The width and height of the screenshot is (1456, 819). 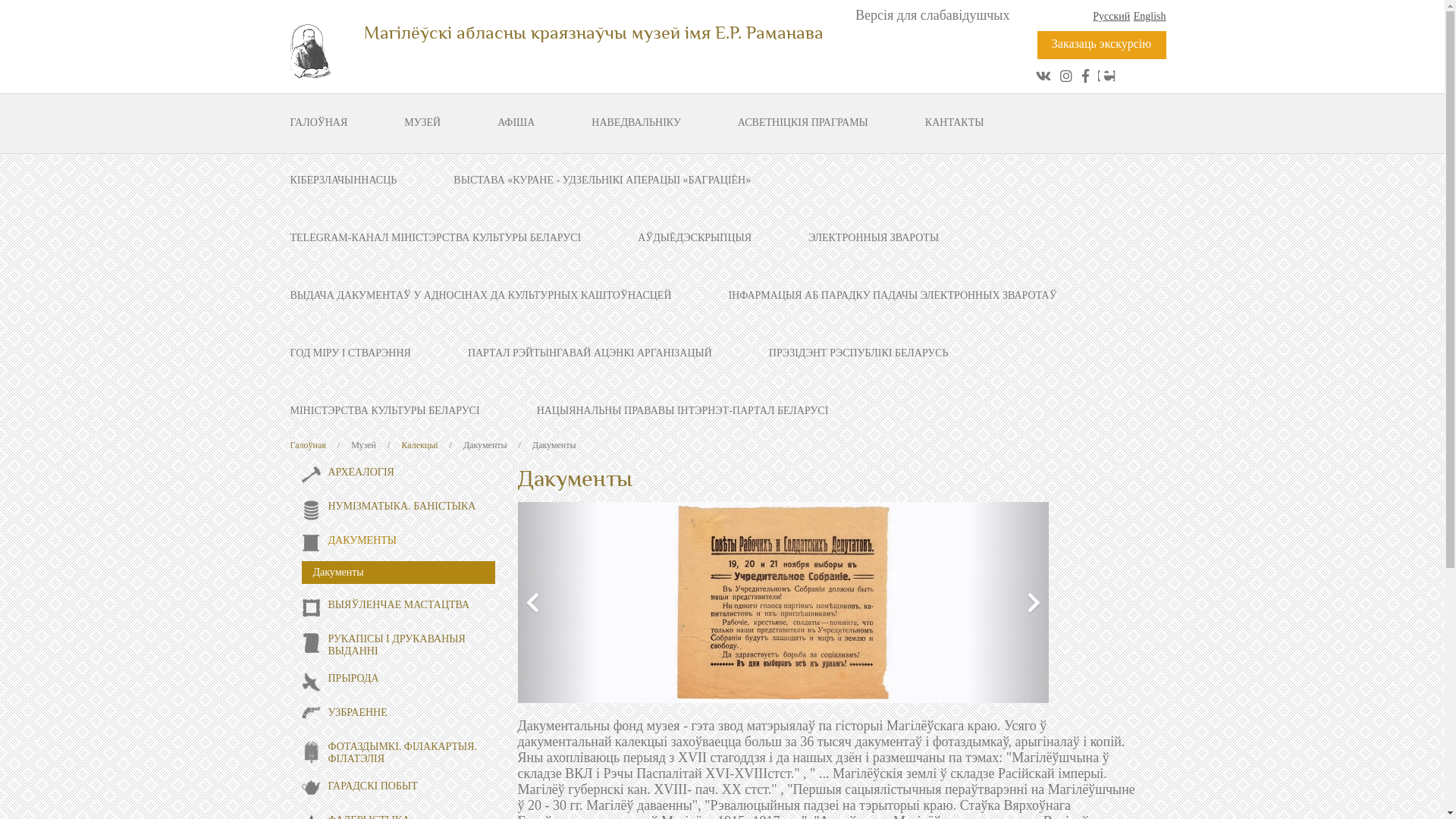 What do you see at coordinates (1150, 16) in the screenshot?
I see `'English'` at bounding box center [1150, 16].